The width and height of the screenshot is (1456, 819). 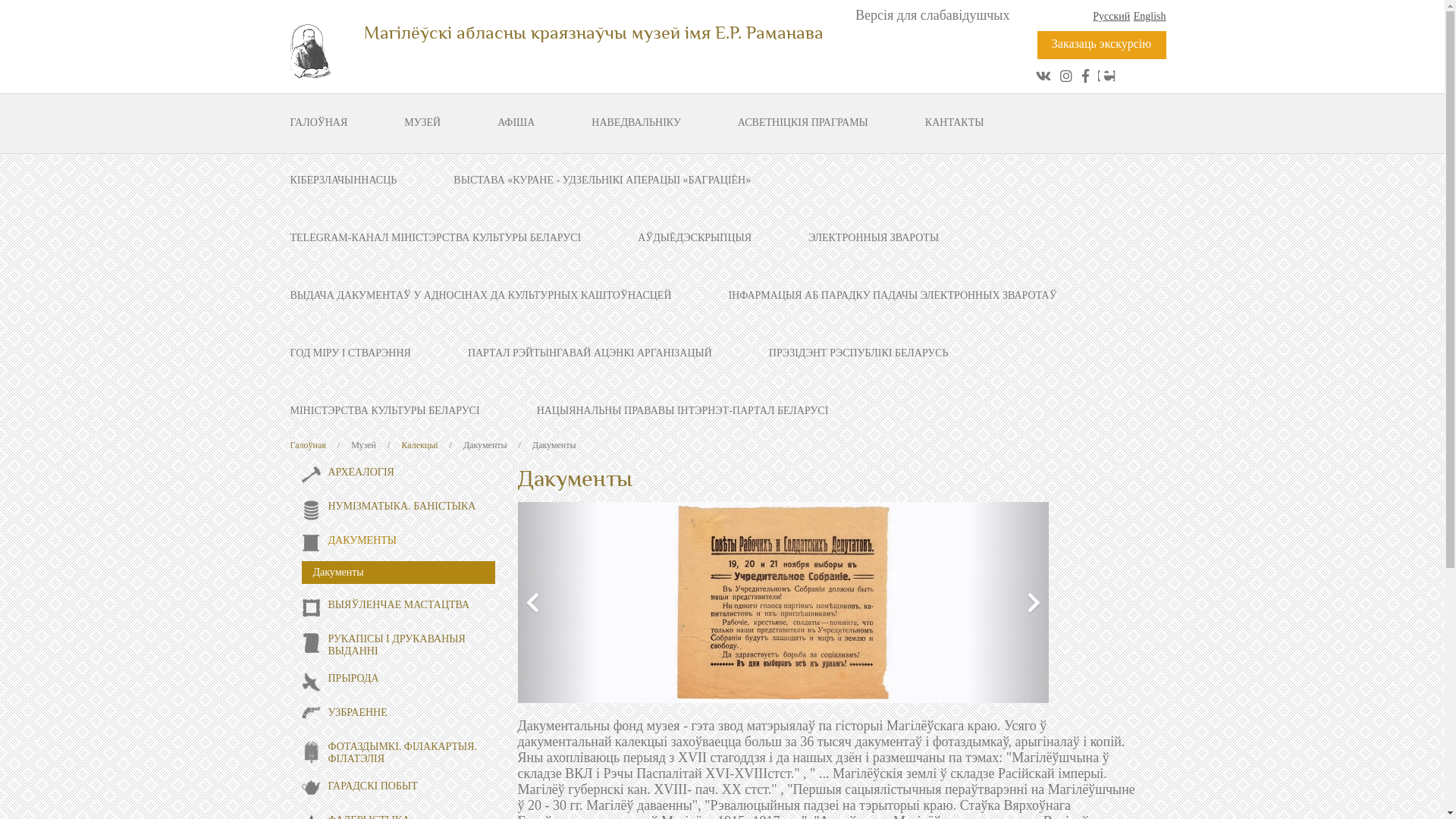 What do you see at coordinates (1150, 16) in the screenshot?
I see `'English'` at bounding box center [1150, 16].